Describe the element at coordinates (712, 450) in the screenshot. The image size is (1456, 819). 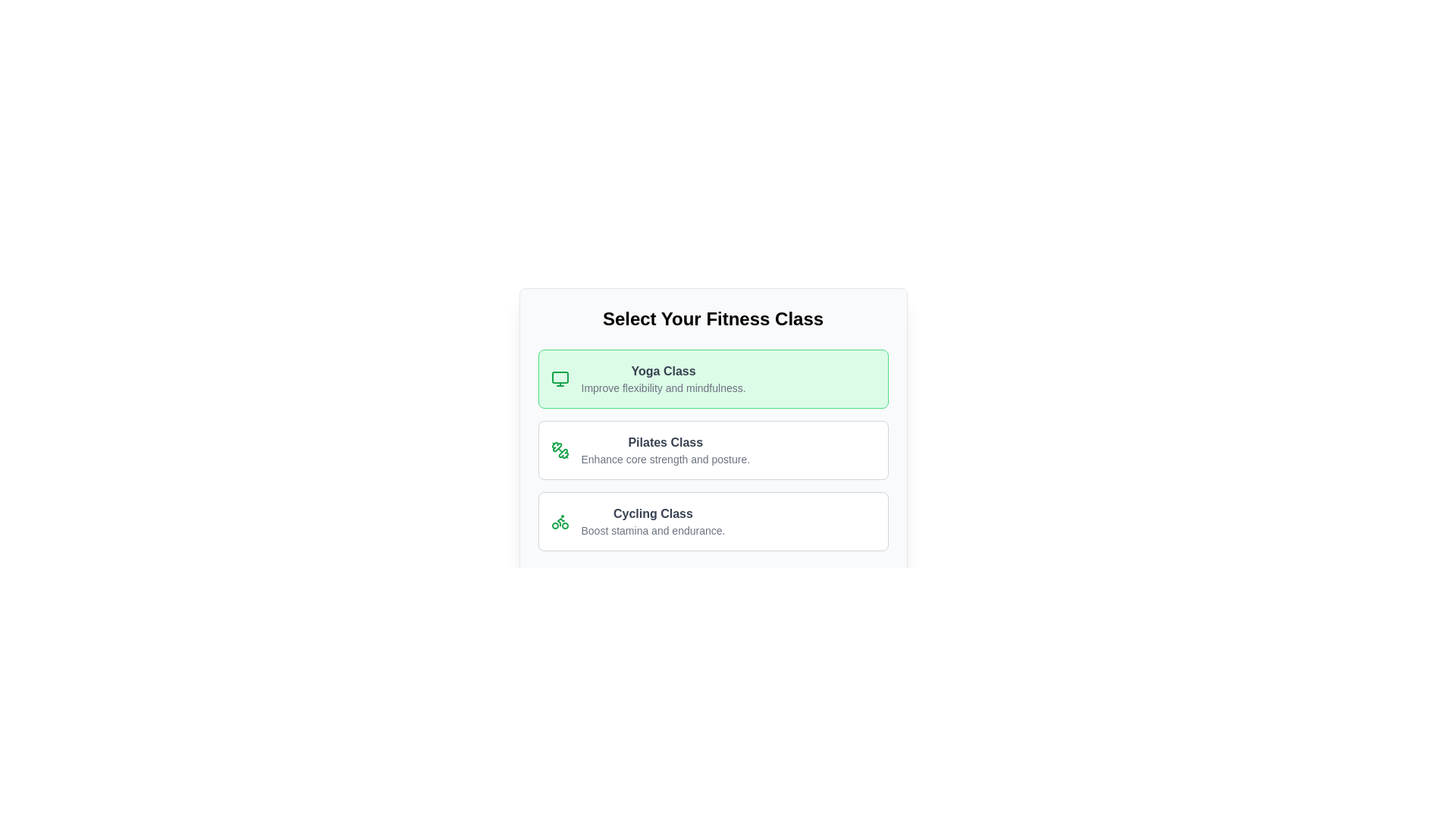
I see `the informational block titled 'Pilates Class'` at that location.